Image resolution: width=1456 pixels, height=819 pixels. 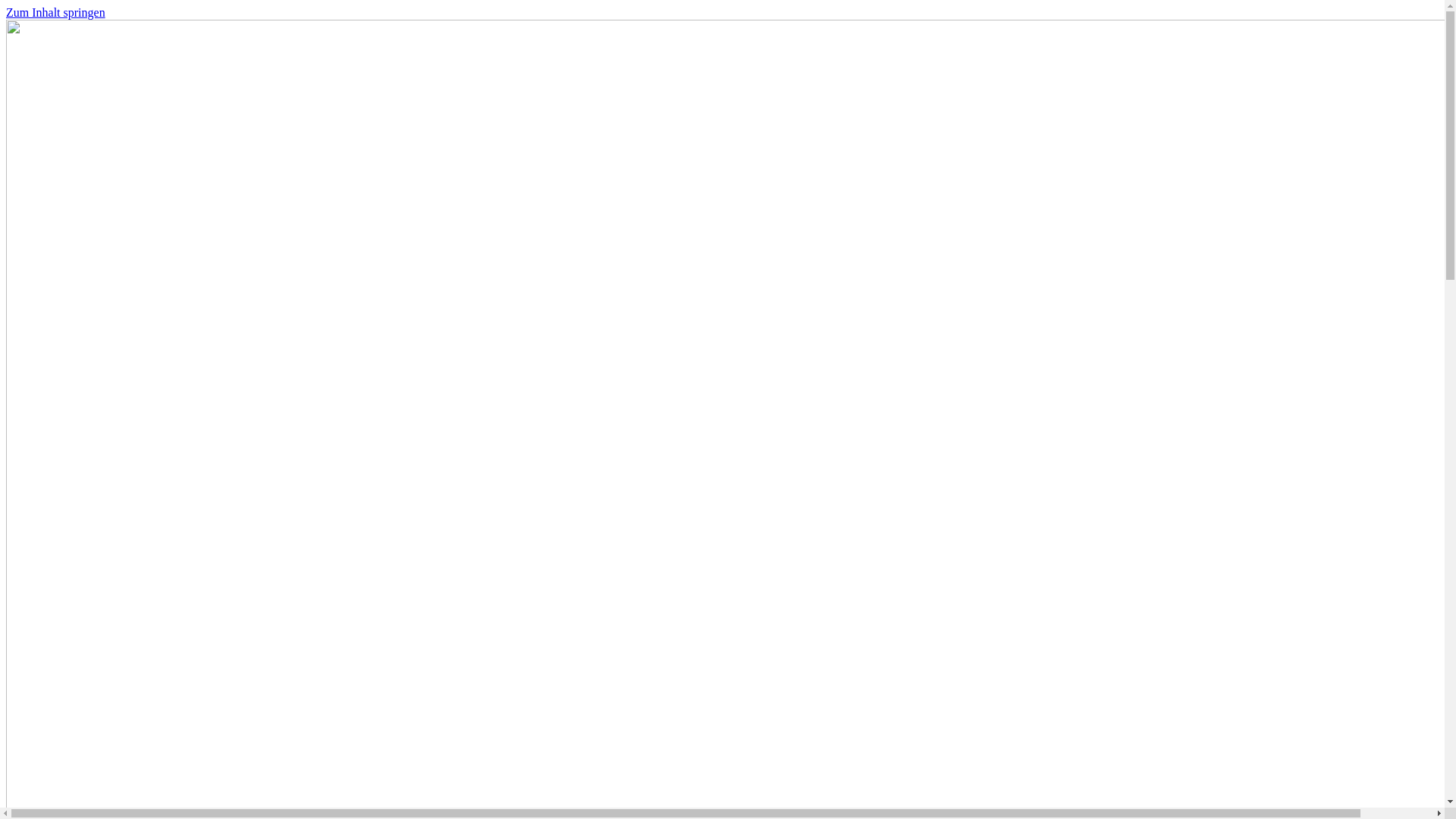 I want to click on 'Zum Inhalt springen', so click(x=55, y=12).